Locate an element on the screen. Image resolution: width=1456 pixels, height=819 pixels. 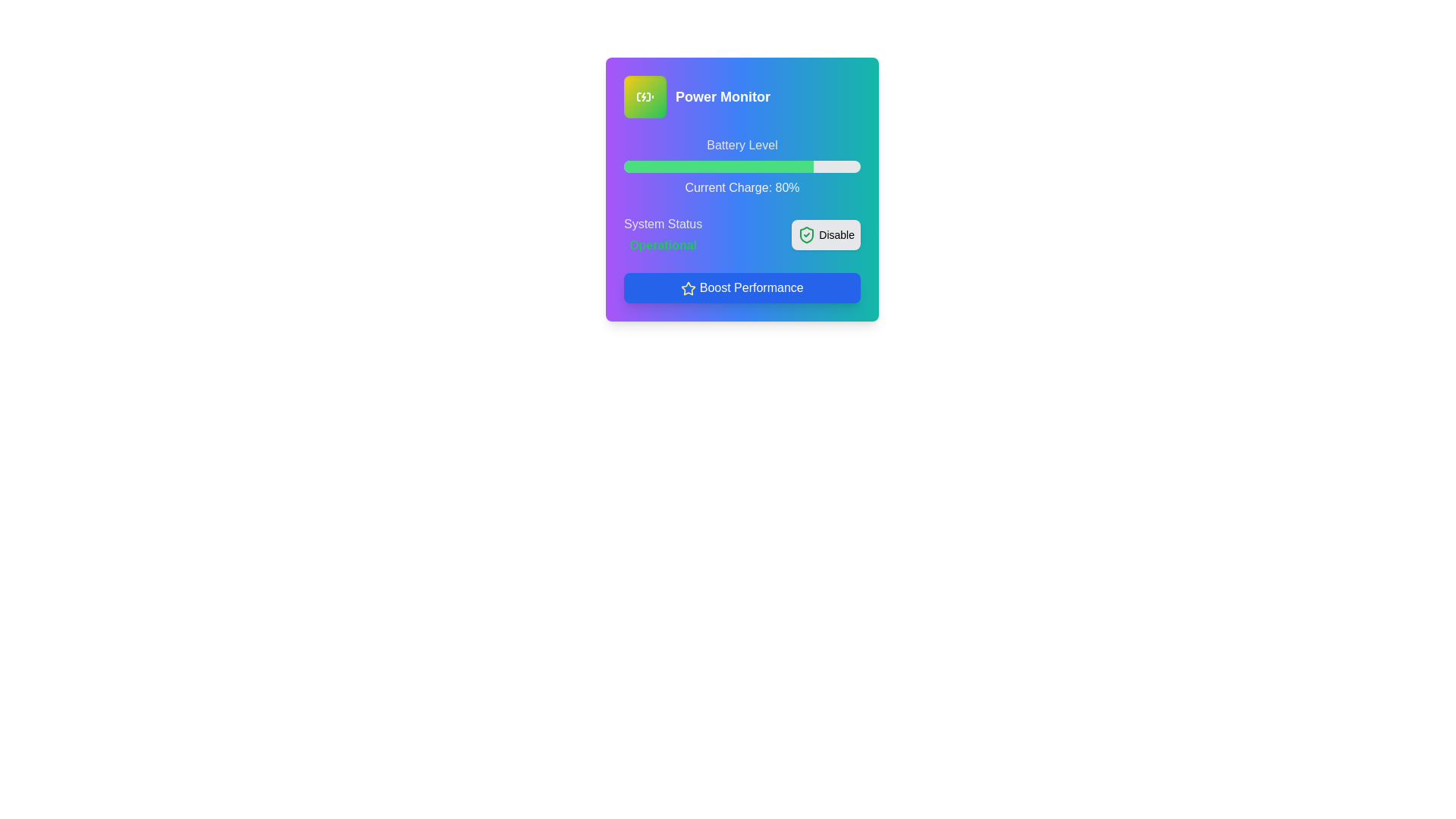
the green progress bar with rounded edges, which represents the battery level, located under the 'Battery Level' label is located at coordinates (717, 166).